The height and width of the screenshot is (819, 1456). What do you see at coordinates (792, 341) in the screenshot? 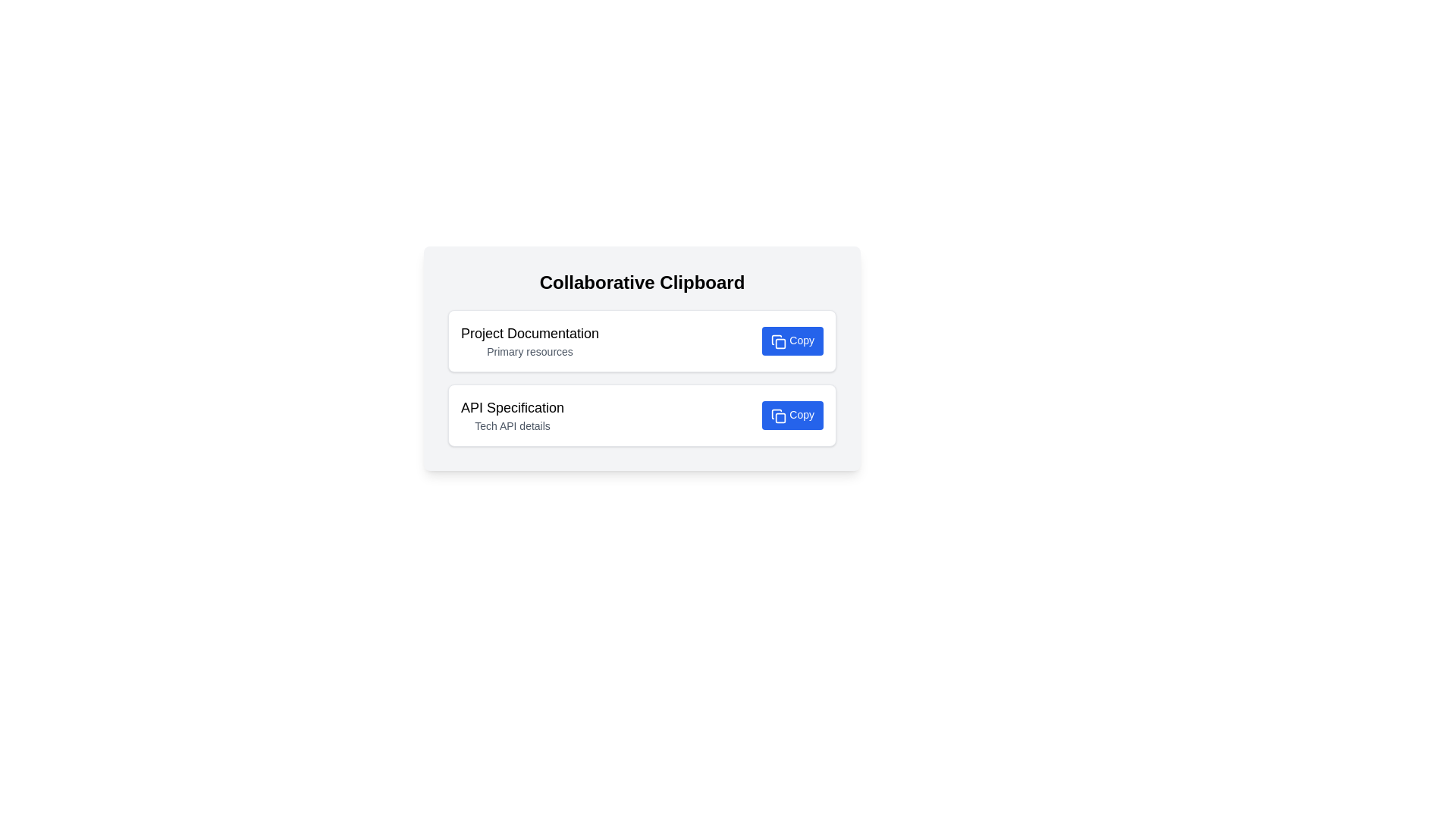
I see `the 'Copy' button associated with 'Project Documentation' to copy its content to the clipboard` at bounding box center [792, 341].